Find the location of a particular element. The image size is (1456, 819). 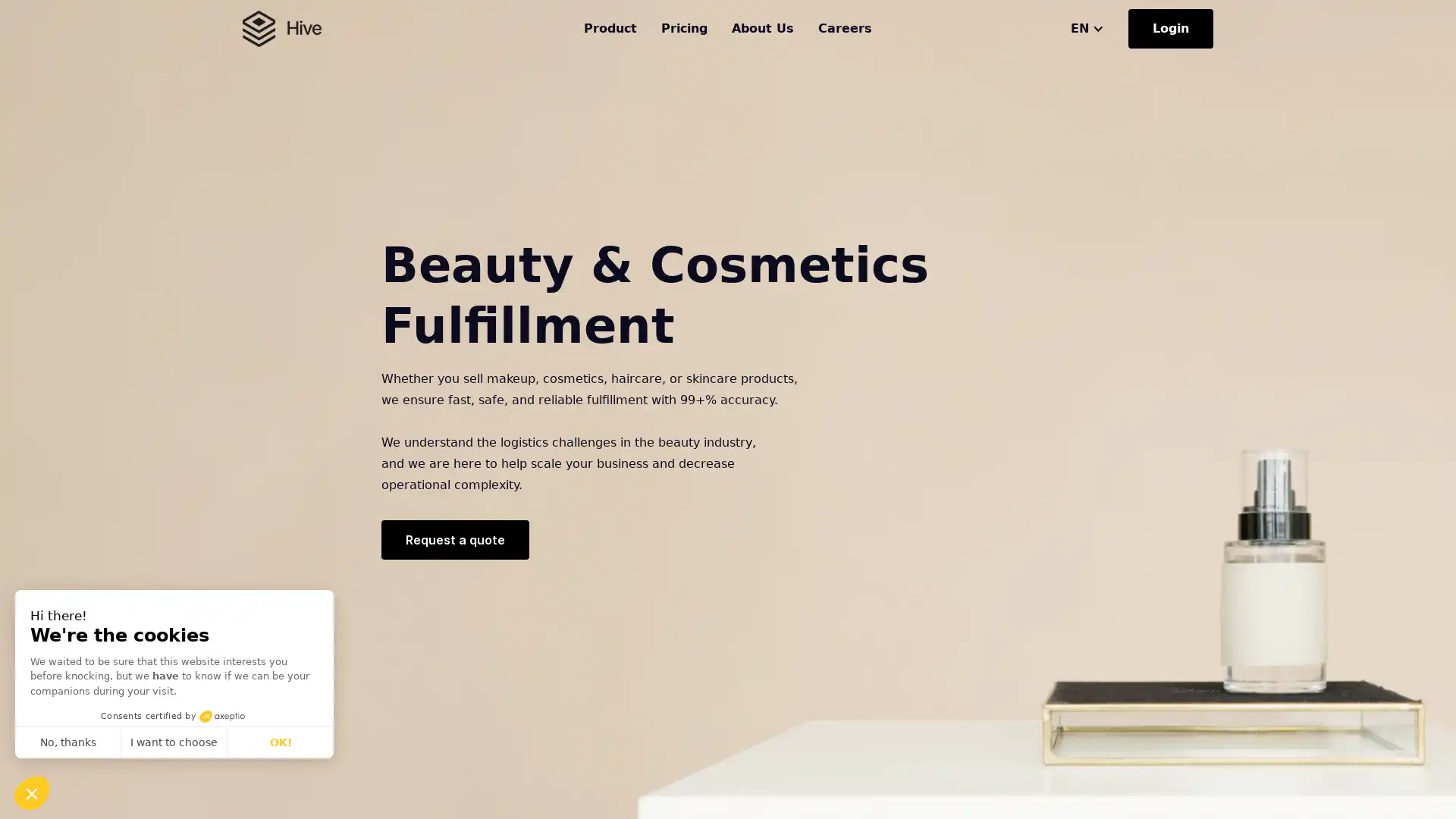

I want to choose is located at coordinates (174, 742).